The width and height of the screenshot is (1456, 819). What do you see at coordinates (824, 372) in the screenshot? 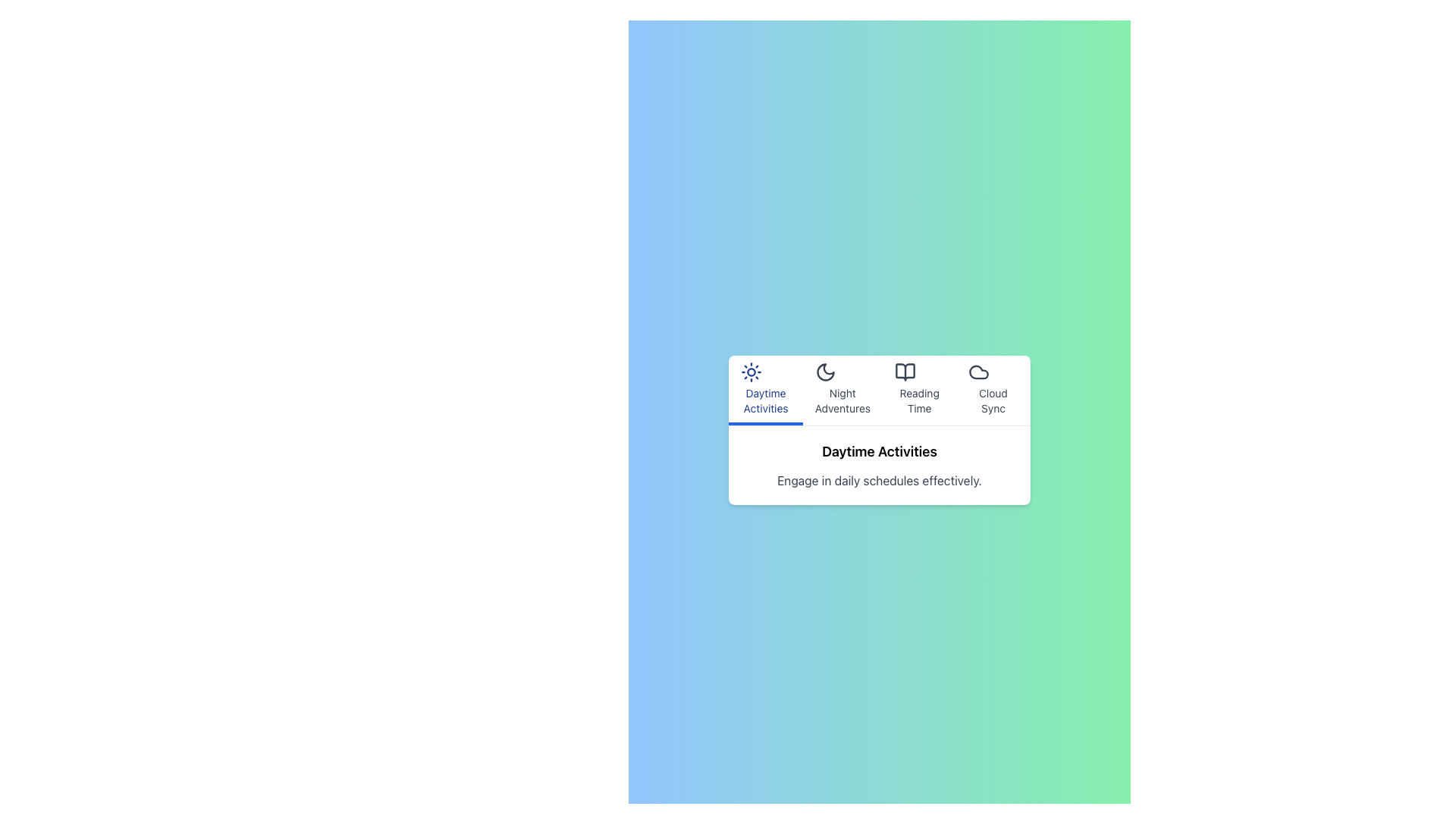
I see `the crescent moon icon located in the second position of the horizontal navigation bar, which is part of a white card component on a gradient background` at bounding box center [824, 372].